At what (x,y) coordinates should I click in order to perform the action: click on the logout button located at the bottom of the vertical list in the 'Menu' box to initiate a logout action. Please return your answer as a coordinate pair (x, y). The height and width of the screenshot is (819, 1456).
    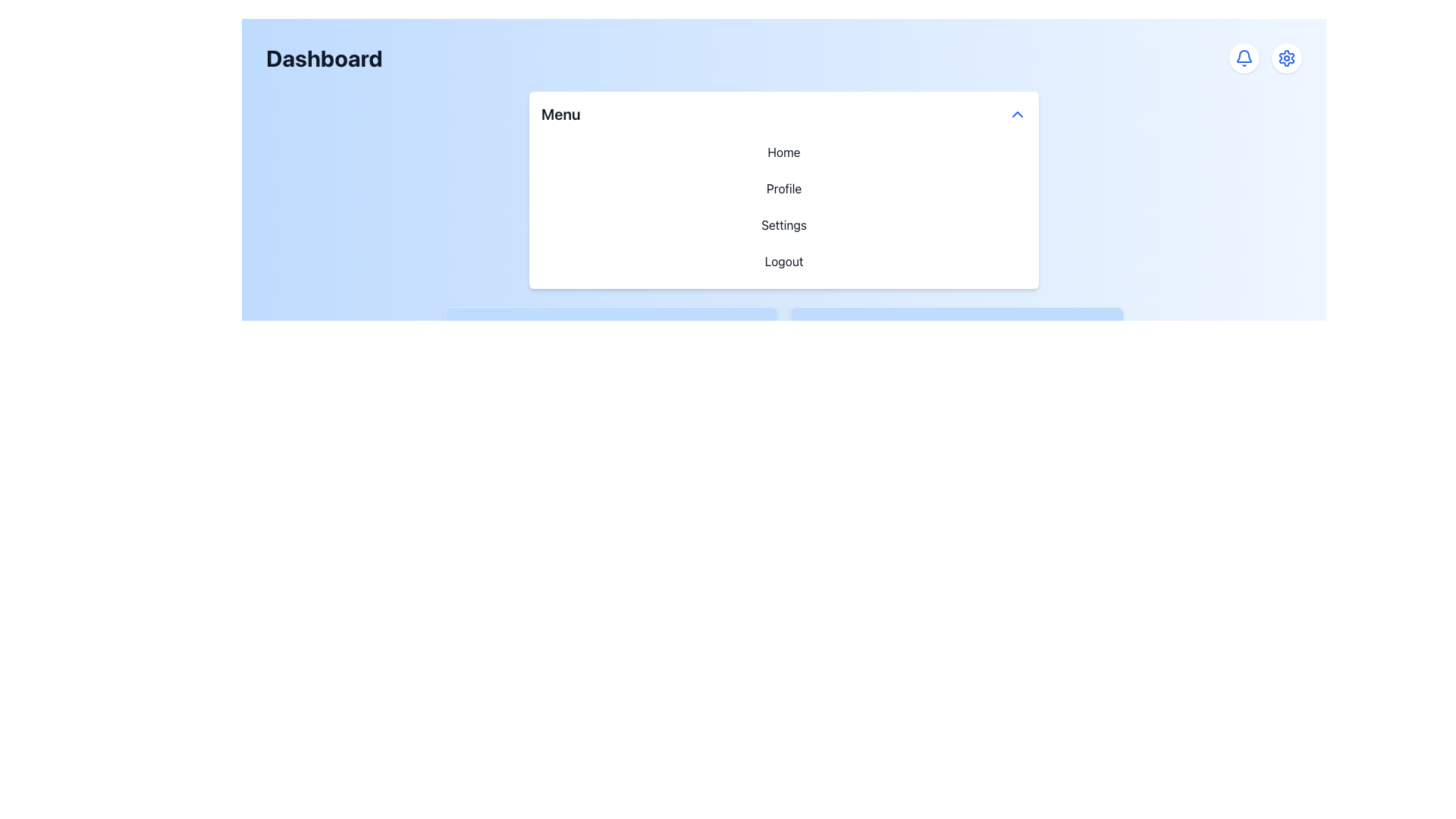
    Looking at the image, I should click on (783, 260).